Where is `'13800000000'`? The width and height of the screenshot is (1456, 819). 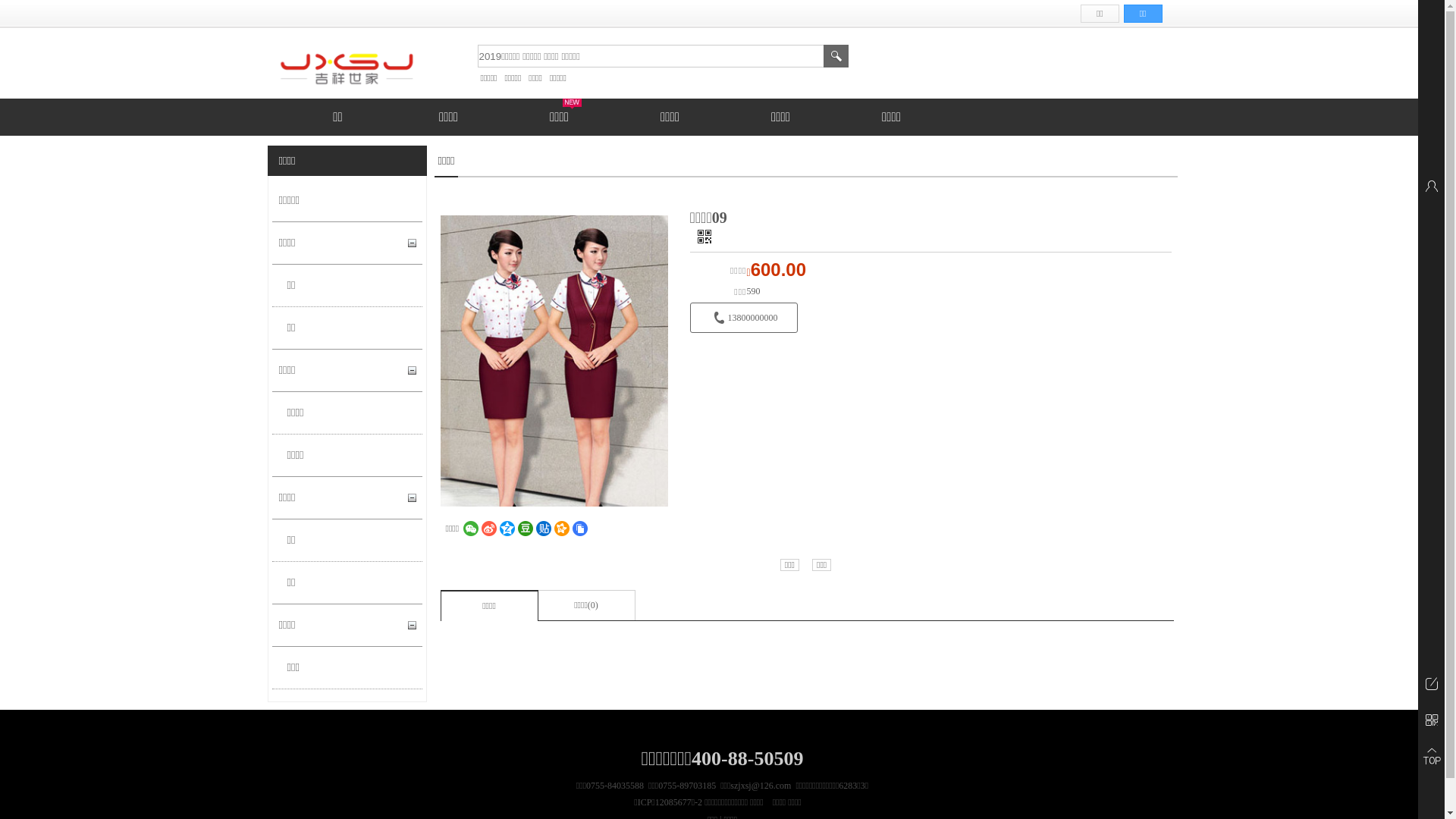
'13800000000' is located at coordinates (743, 317).